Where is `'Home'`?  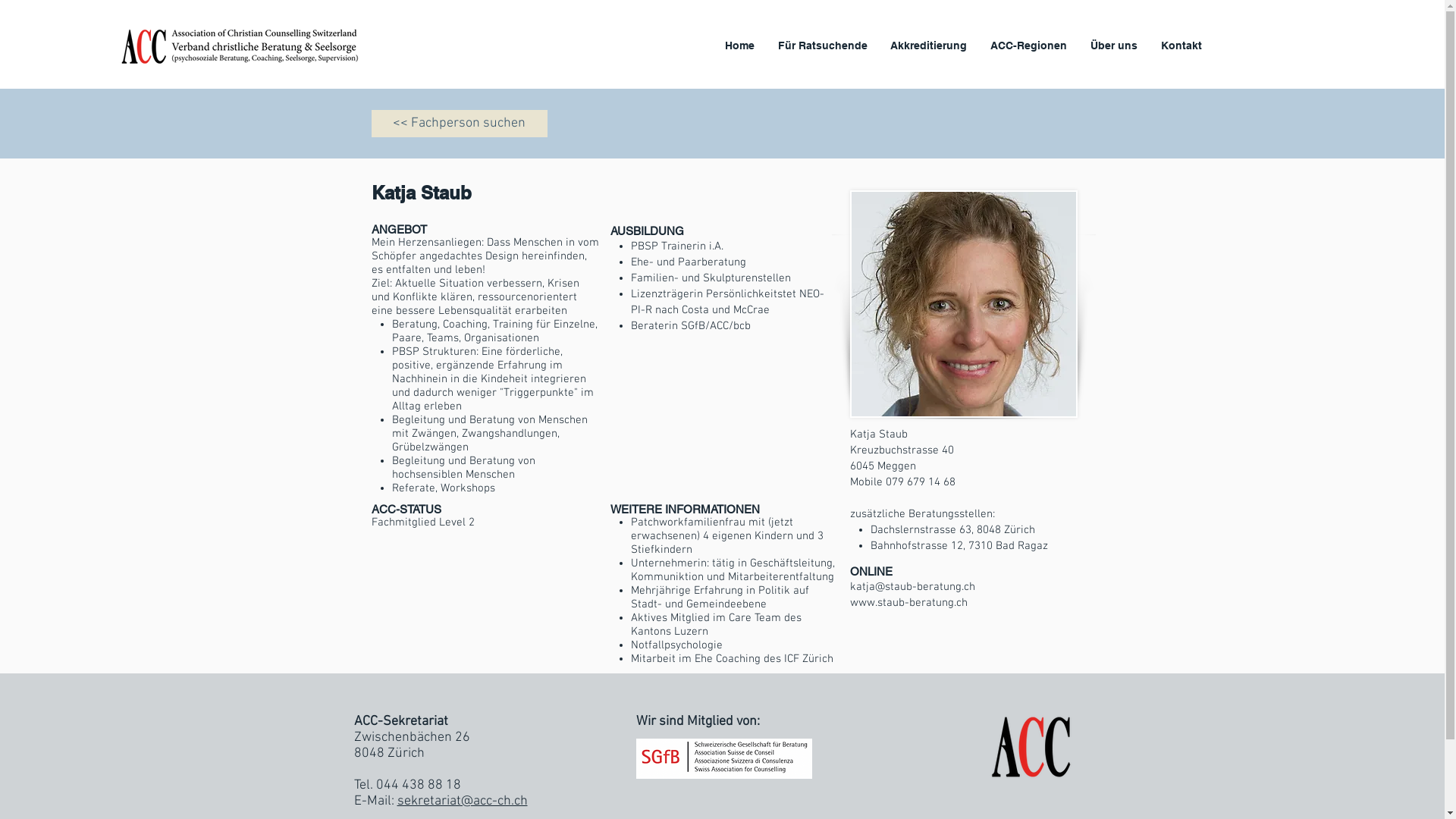 'Home' is located at coordinates (739, 45).